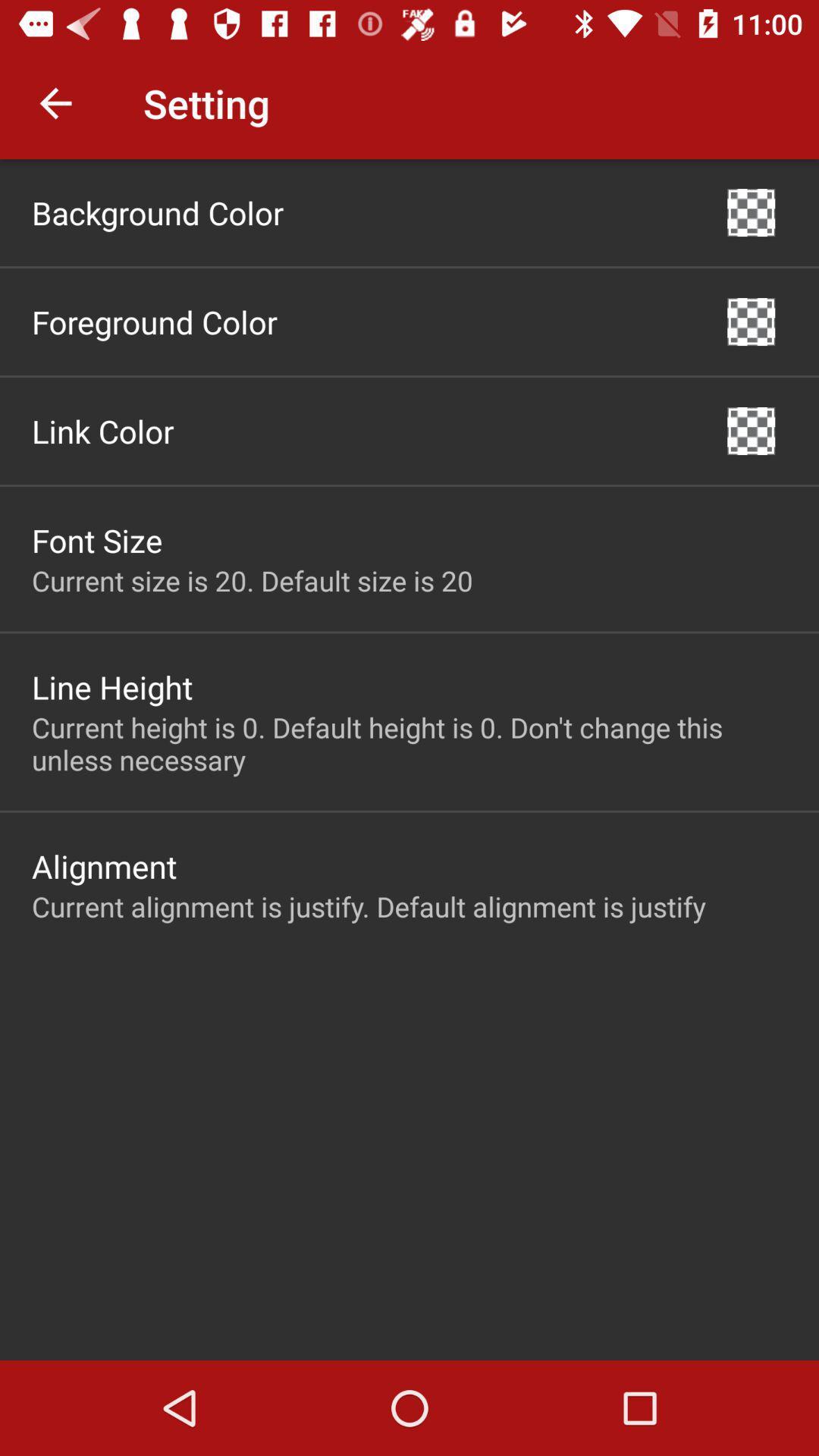 The width and height of the screenshot is (819, 1456). Describe the element at coordinates (111, 686) in the screenshot. I see `the icon above the current height is icon` at that location.